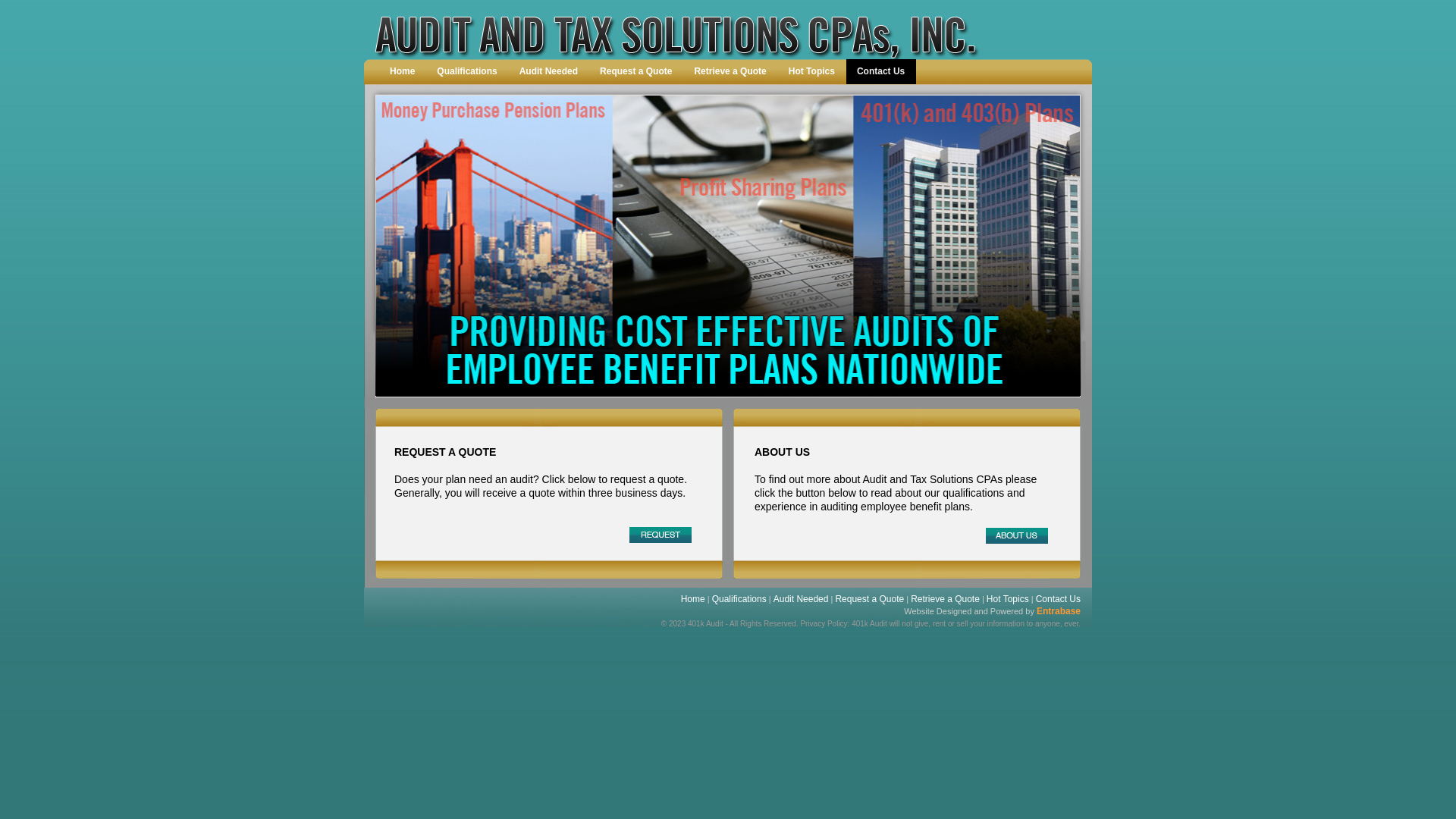 Image resolution: width=1456 pixels, height=819 pixels. Describe the element at coordinates (811, 71) in the screenshot. I see `'Hot Topics'` at that location.